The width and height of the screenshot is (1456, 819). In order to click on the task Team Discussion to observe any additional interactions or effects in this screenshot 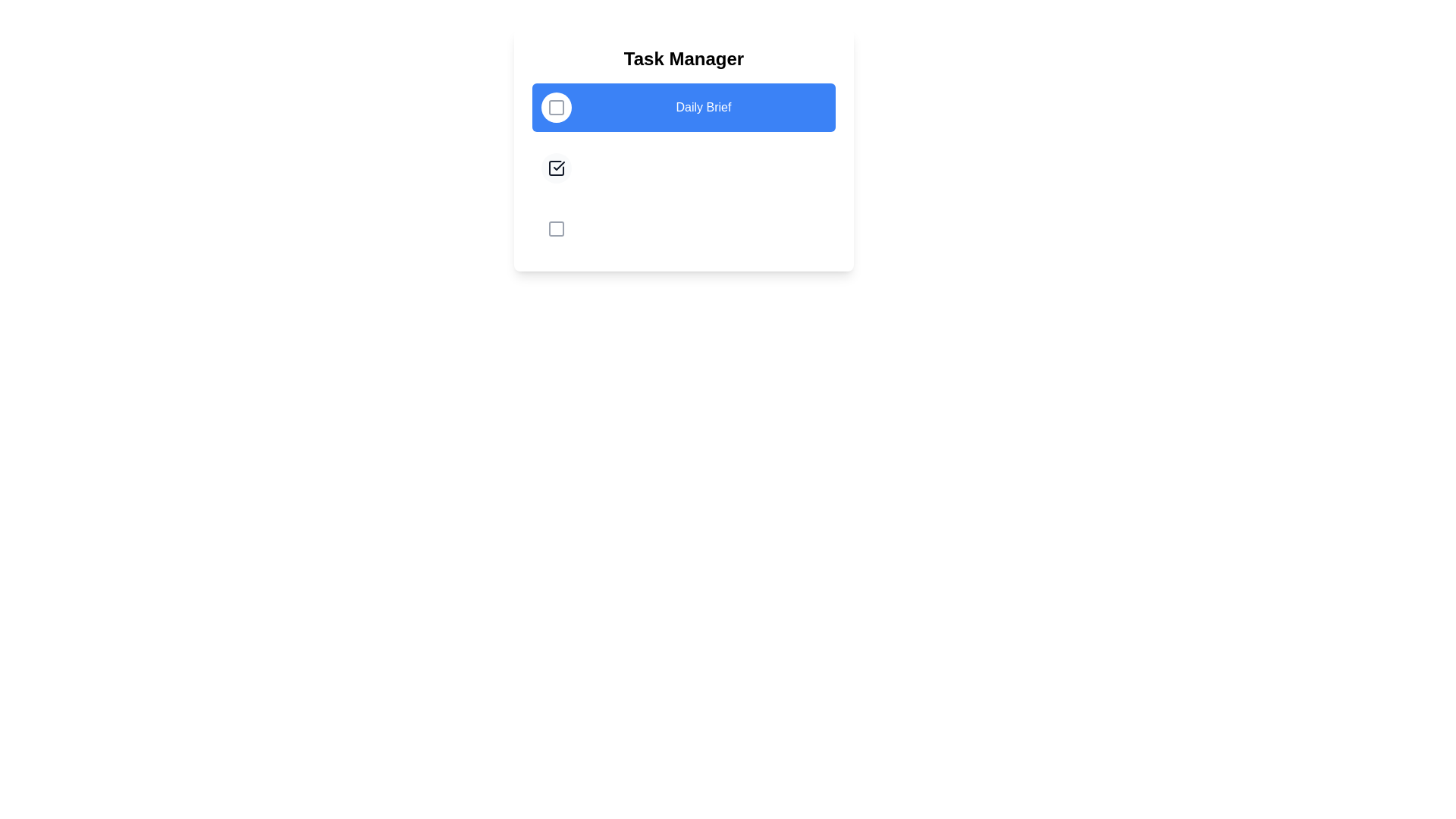, I will do `click(556, 168)`.